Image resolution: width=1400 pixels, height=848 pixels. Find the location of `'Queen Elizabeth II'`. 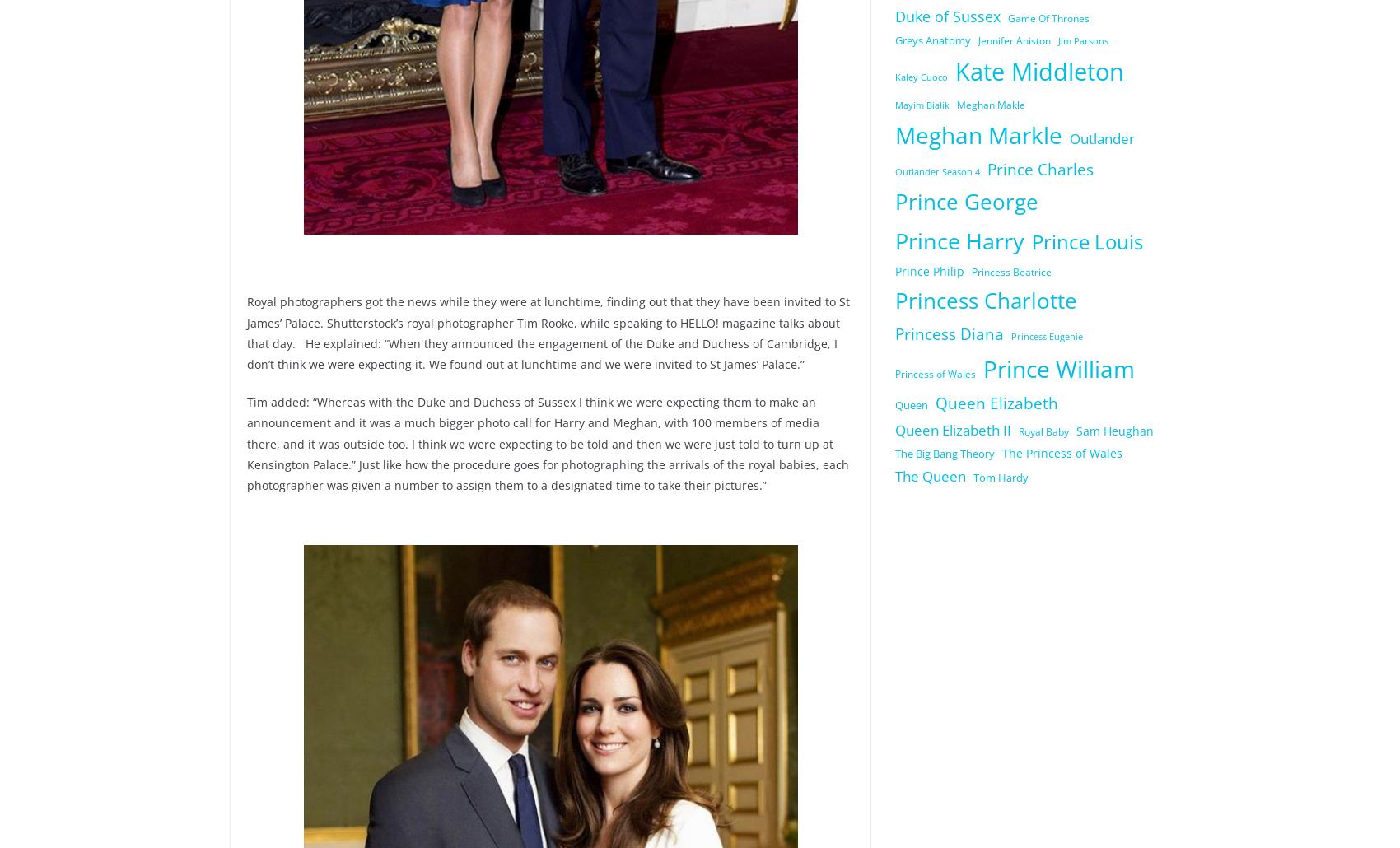

'Queen Elizabeth II' is located at coordinates (953, 428).